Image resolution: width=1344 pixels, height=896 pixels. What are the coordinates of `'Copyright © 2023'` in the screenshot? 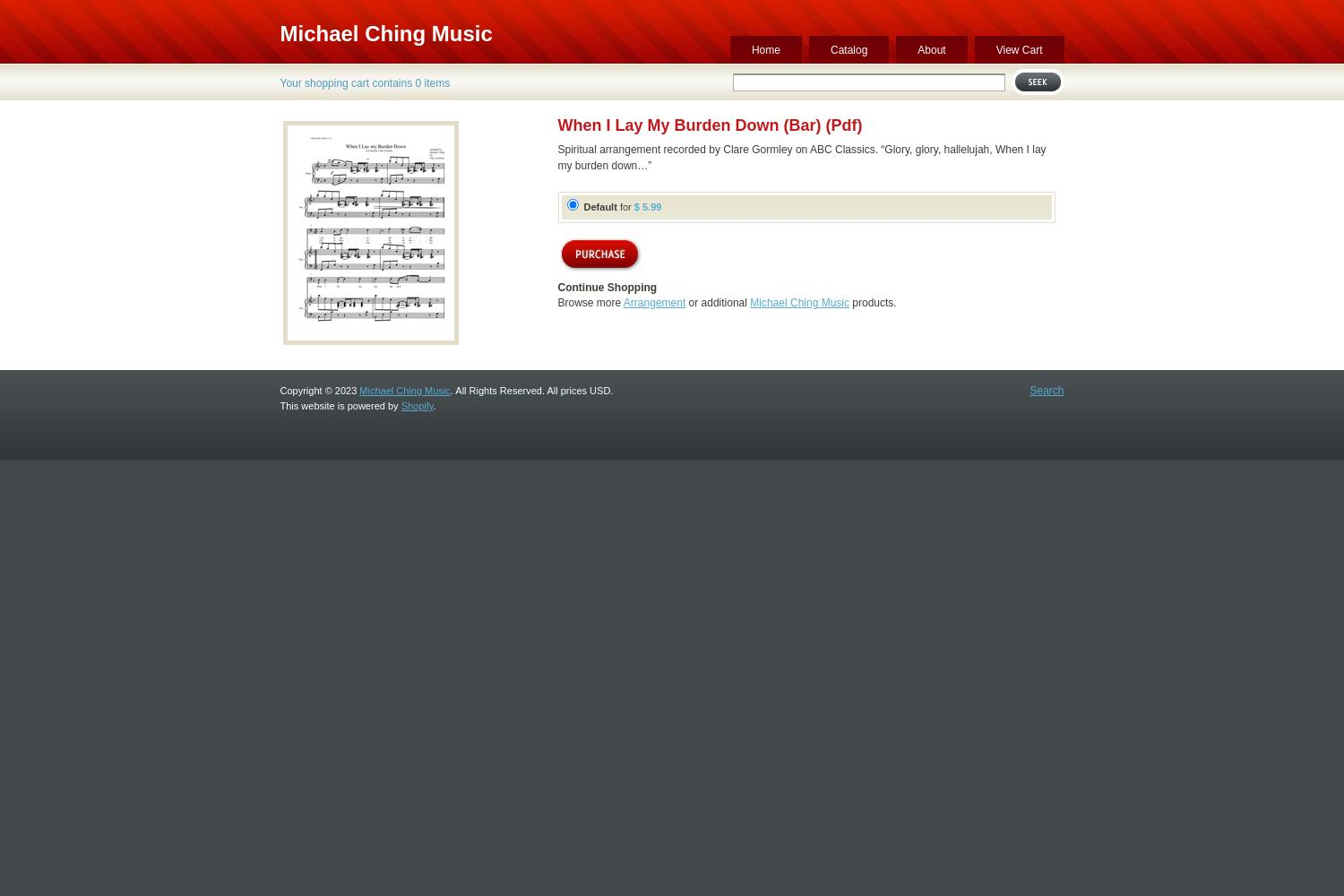 It's located at (318, 391).